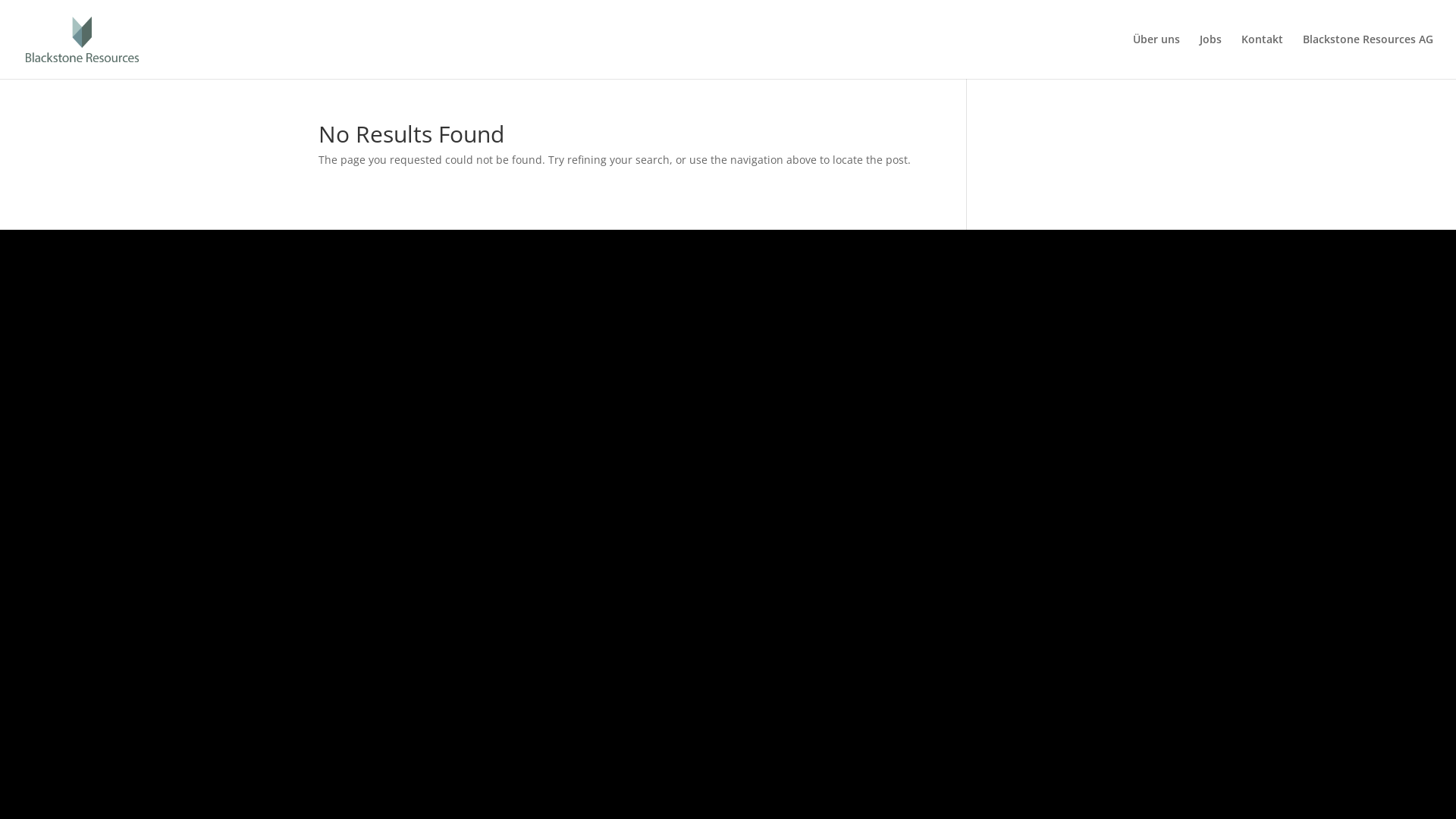  I want to click on 'Jobs', so click(1210, 55).